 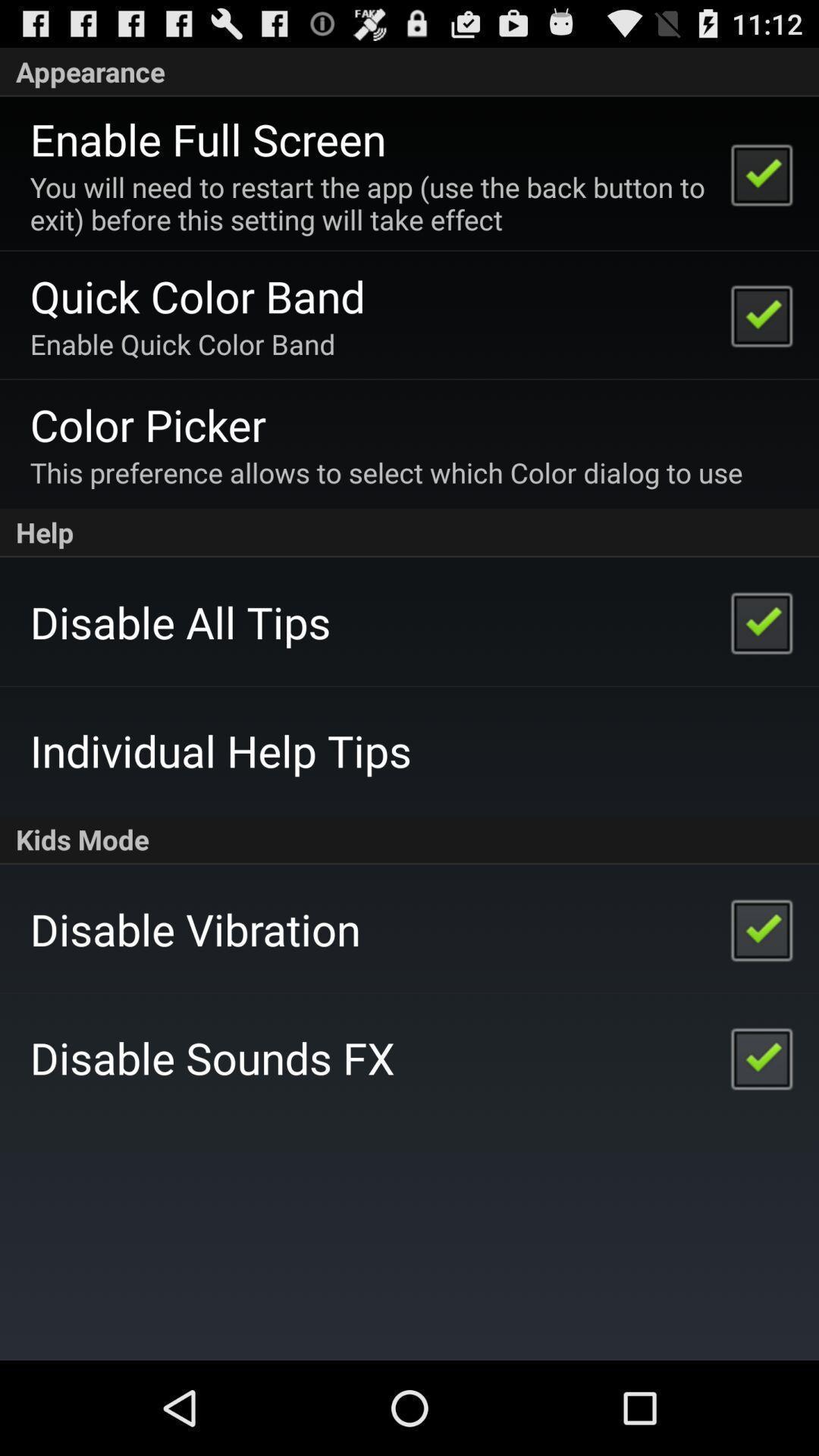 I want to click on enable full screen, so click(x=208, y=139).